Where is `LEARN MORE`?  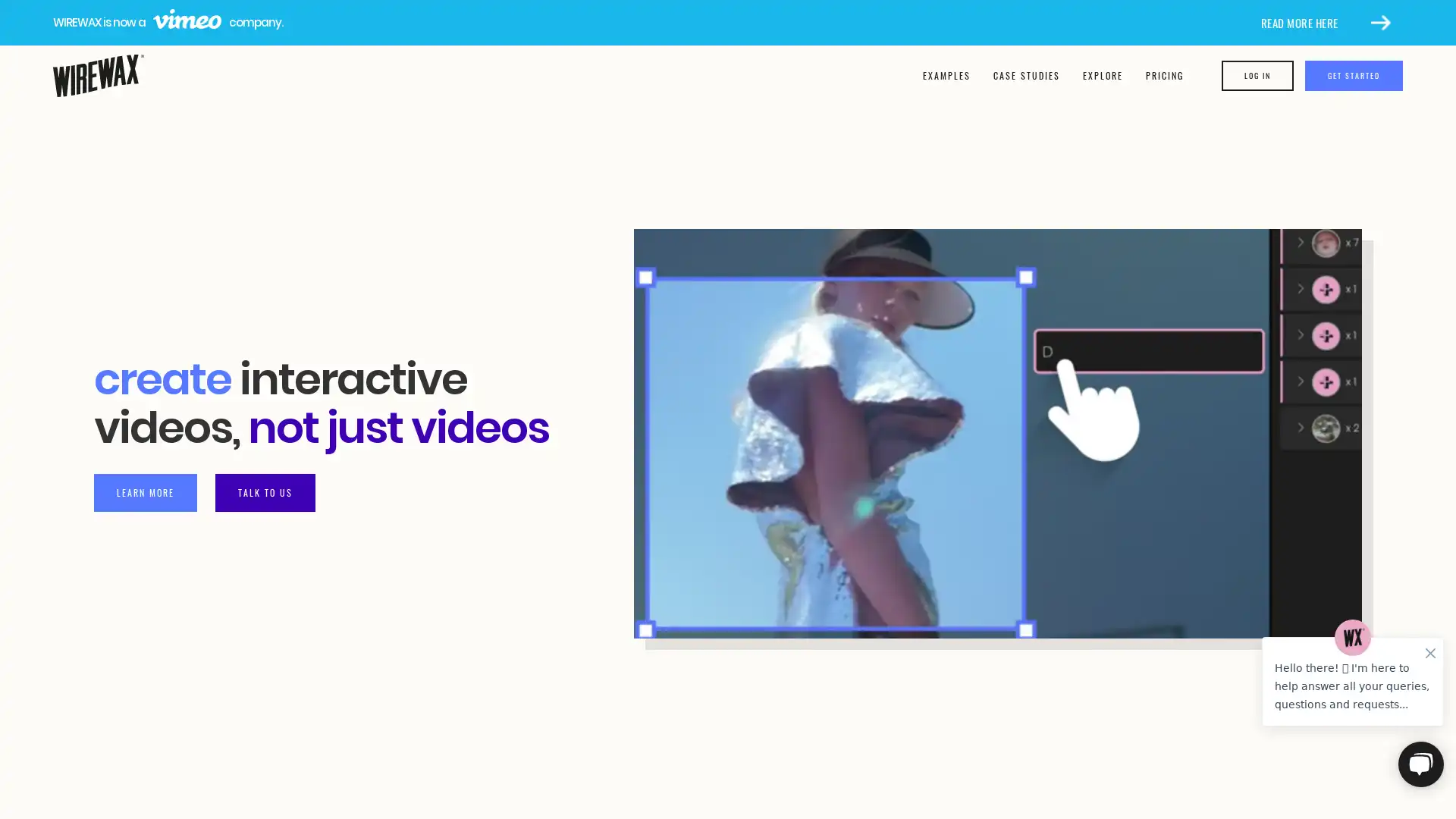 LEARN MORE is located at coordinates (146, 491).